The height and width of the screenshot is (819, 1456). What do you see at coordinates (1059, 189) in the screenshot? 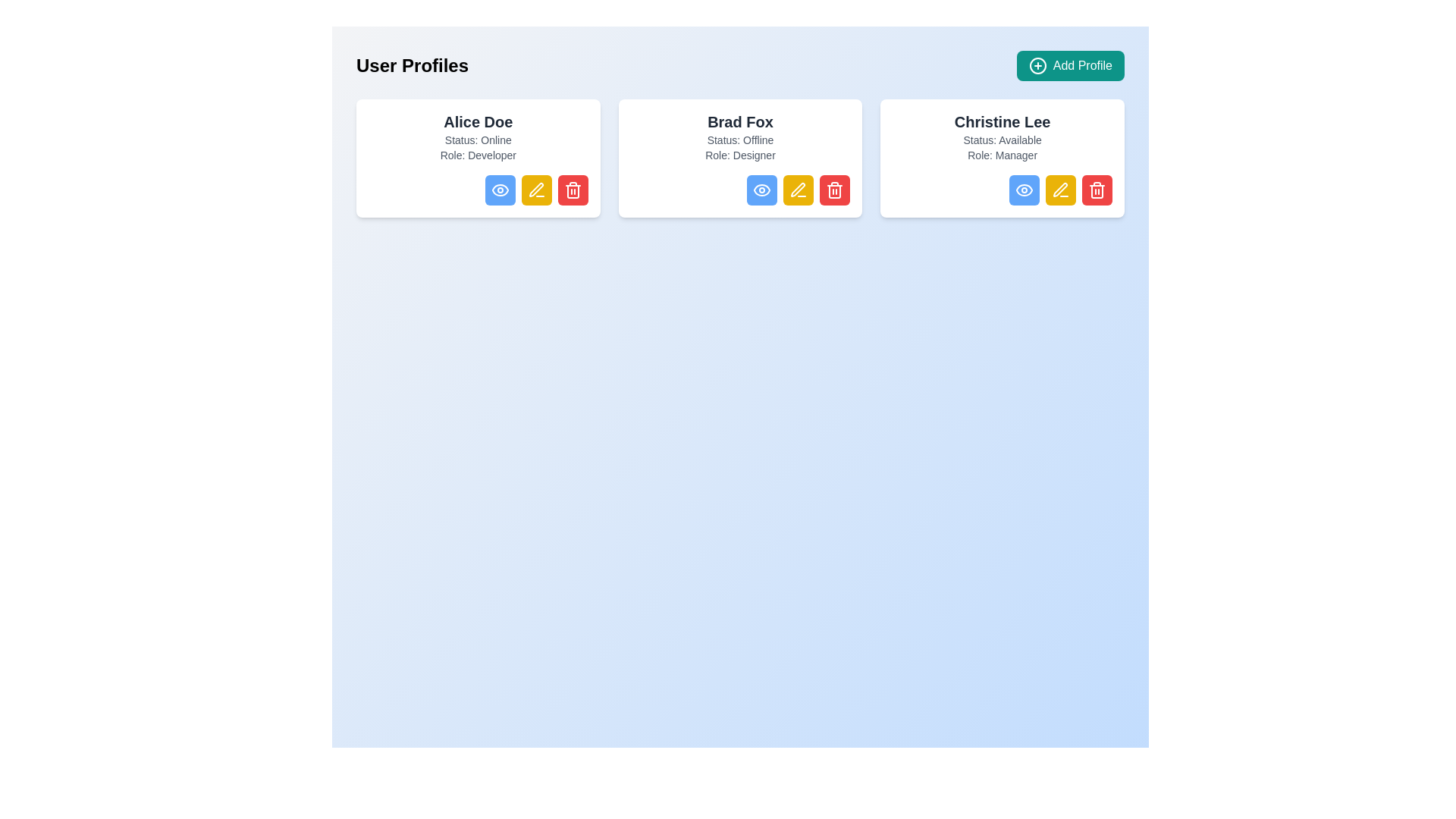
I see `the bright yellow button with a pen icon, which is the second button from the right in a row of action buttons at the bottom-right of the profile card` at bounding box center [1059, 189].